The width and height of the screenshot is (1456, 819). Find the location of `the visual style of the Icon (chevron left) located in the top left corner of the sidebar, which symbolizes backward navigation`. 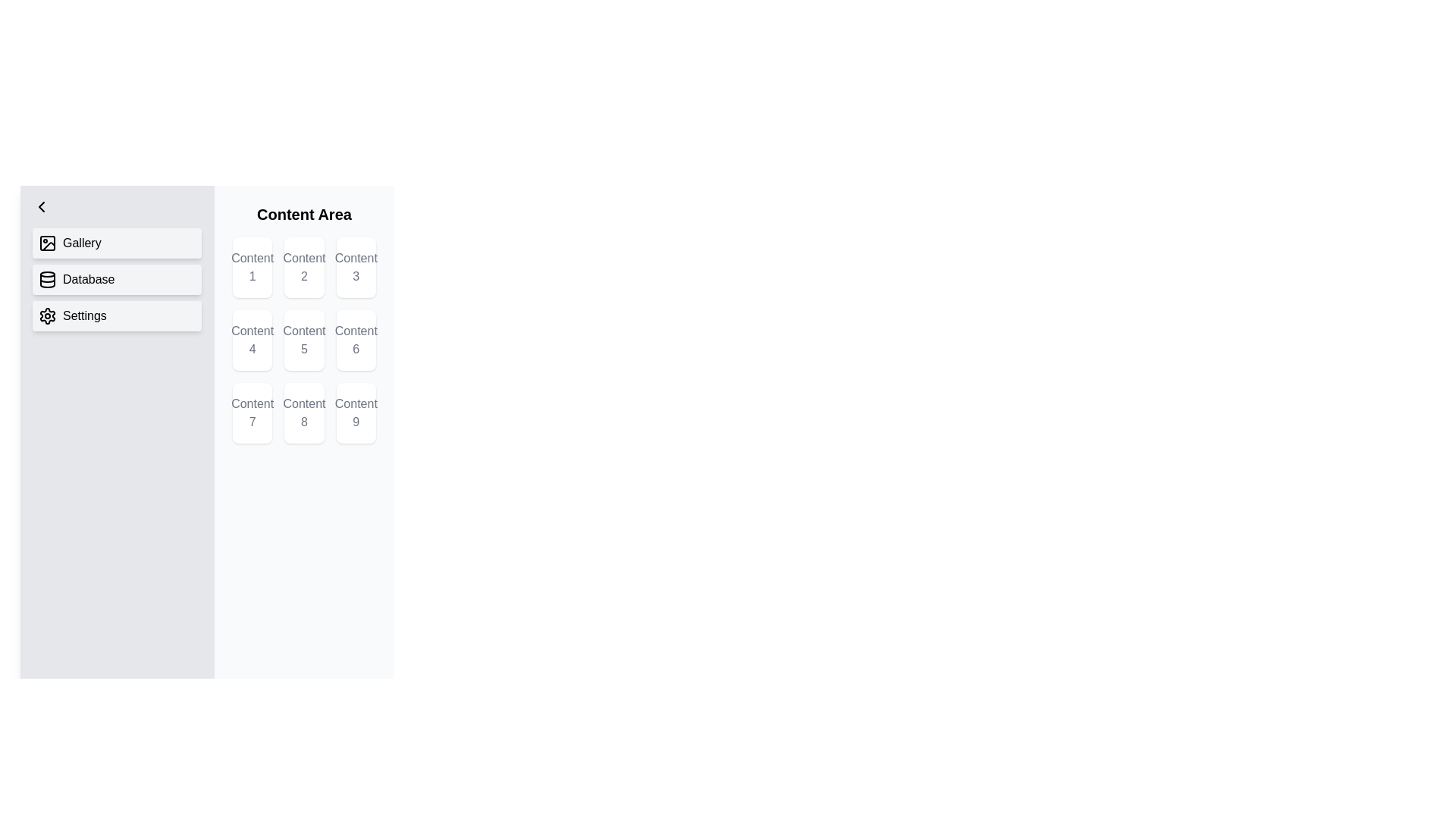

the visual style of the Icon (chevron left) located in the top left corner of the sidebar, which symbolizes backward navigation is located at coordinates (41, 207).